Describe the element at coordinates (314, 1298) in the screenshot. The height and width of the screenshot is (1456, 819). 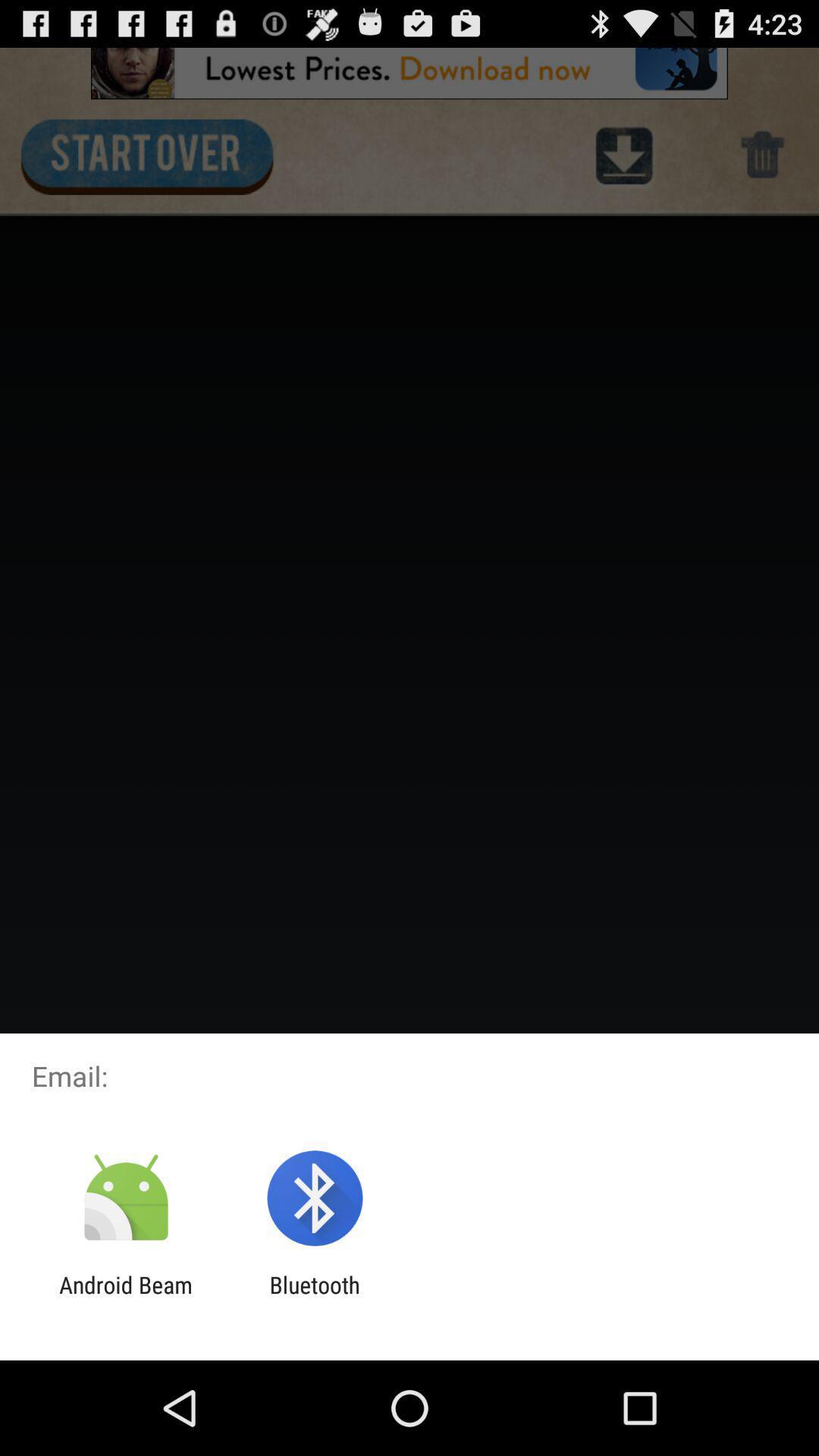
I see `item next to the android beam icon` at that location.